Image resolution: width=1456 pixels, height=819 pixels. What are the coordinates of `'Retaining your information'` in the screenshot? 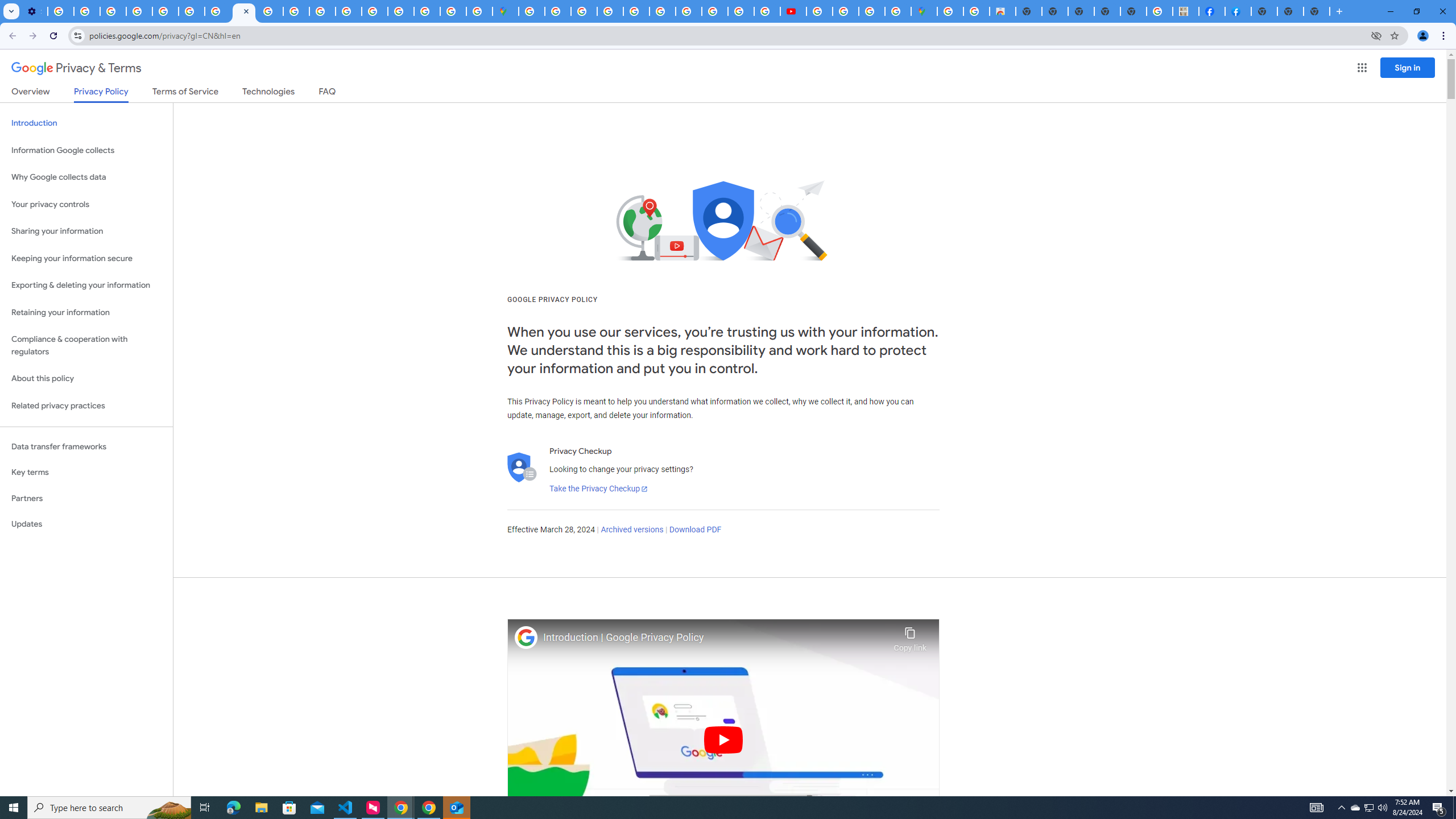 It's located at (86, 312).